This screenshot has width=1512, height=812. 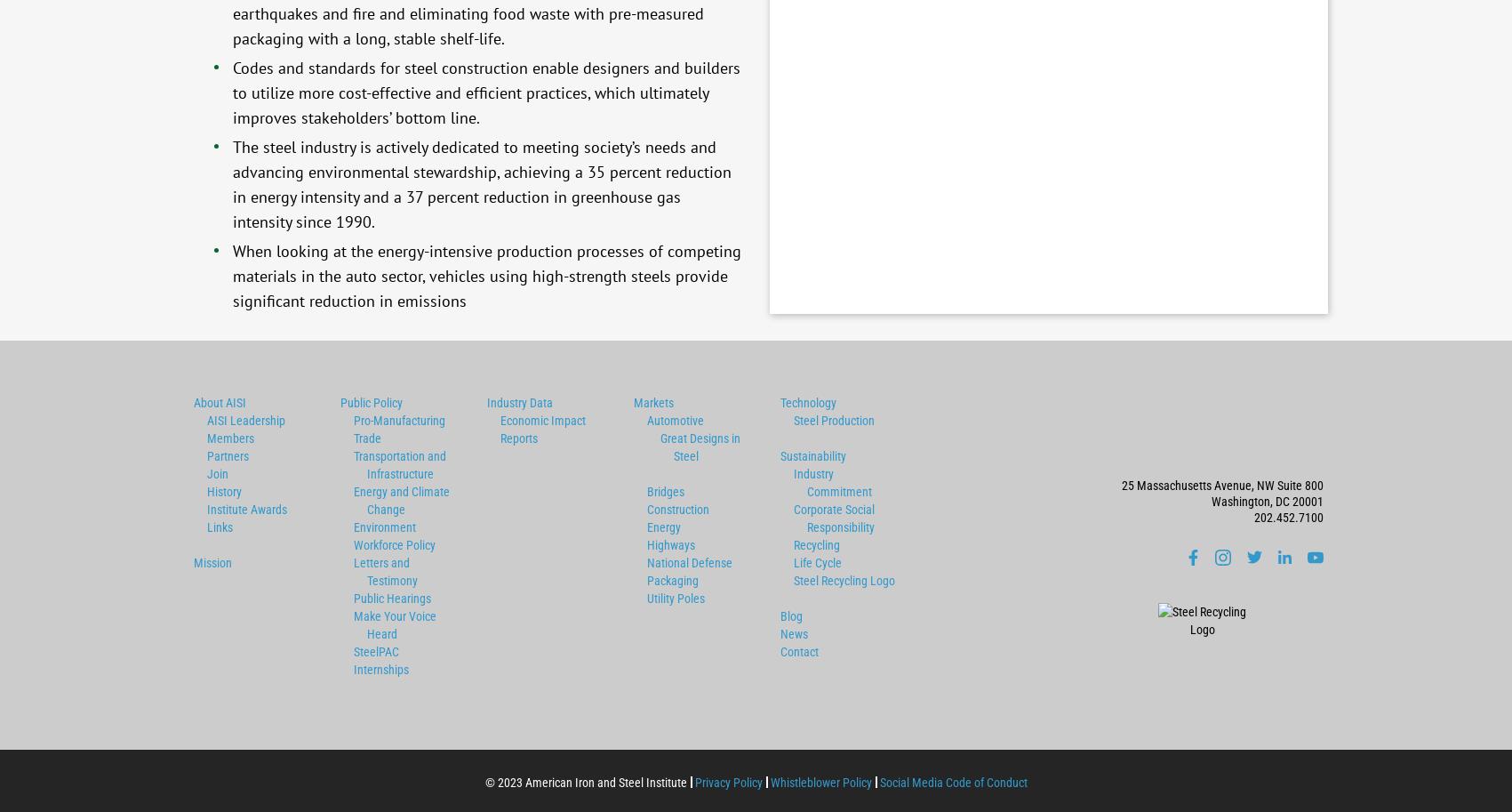 What do you see at coordinates (792, 631) in the screenshot?
I see `'News'` at bounding box center [792, 631].